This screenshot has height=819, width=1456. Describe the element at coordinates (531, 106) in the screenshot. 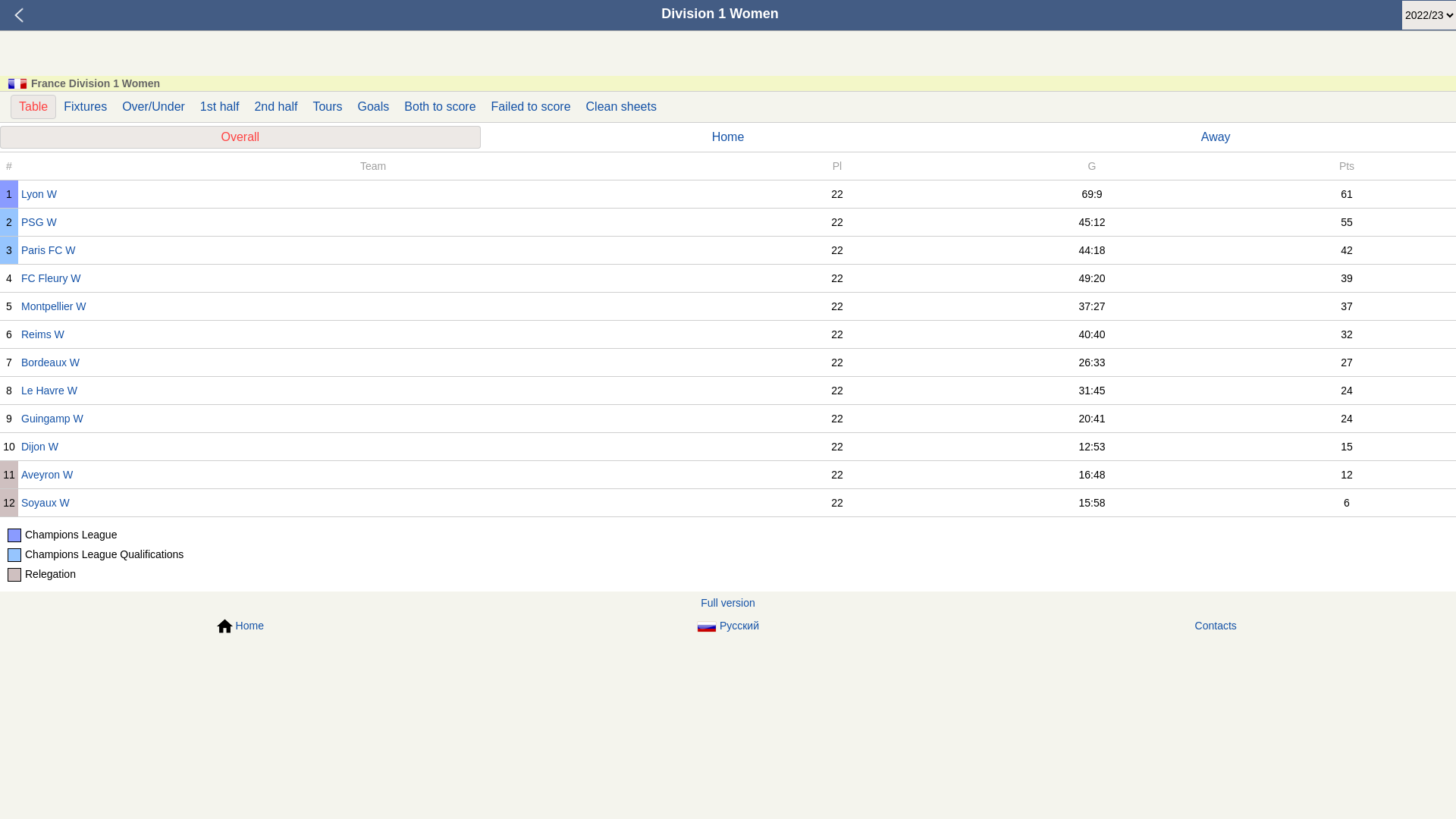

I see `'Failed to score'` at that location.